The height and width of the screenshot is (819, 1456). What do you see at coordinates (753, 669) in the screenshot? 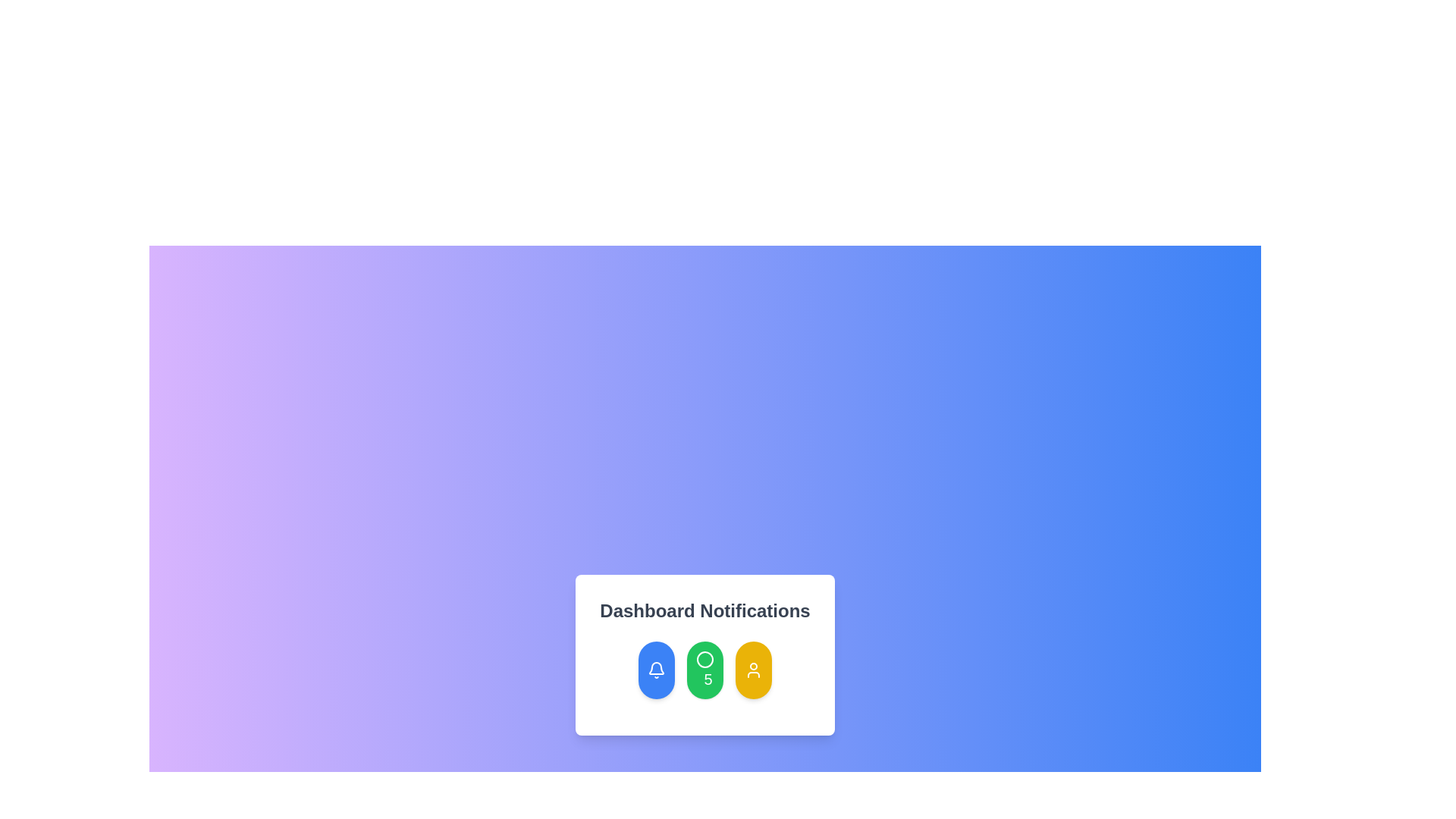
I see `the circular yellow button with a user profile icon at its center` at bounding box center [753, 669].